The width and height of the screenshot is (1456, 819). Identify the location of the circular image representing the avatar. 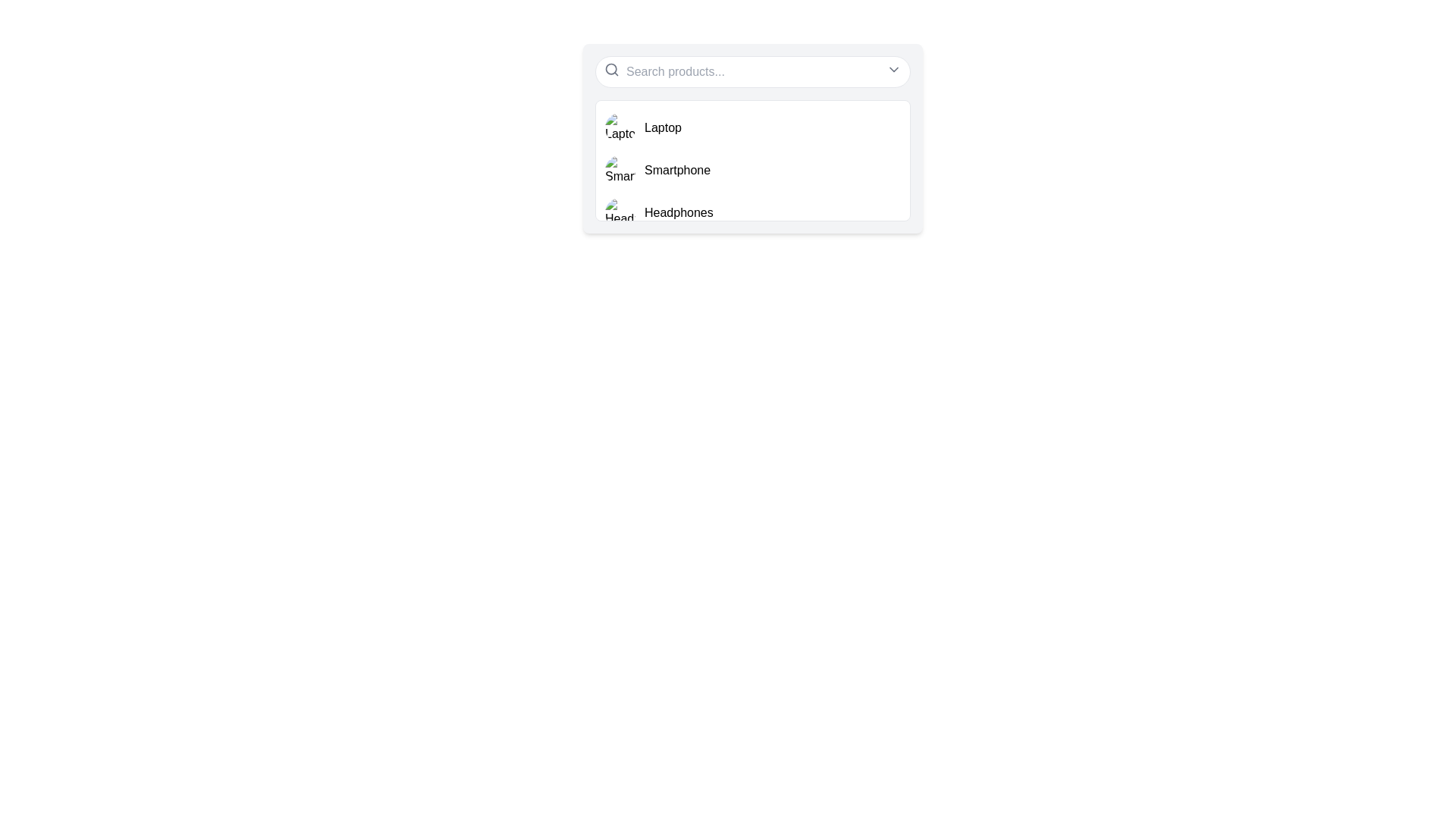
(620, 170).